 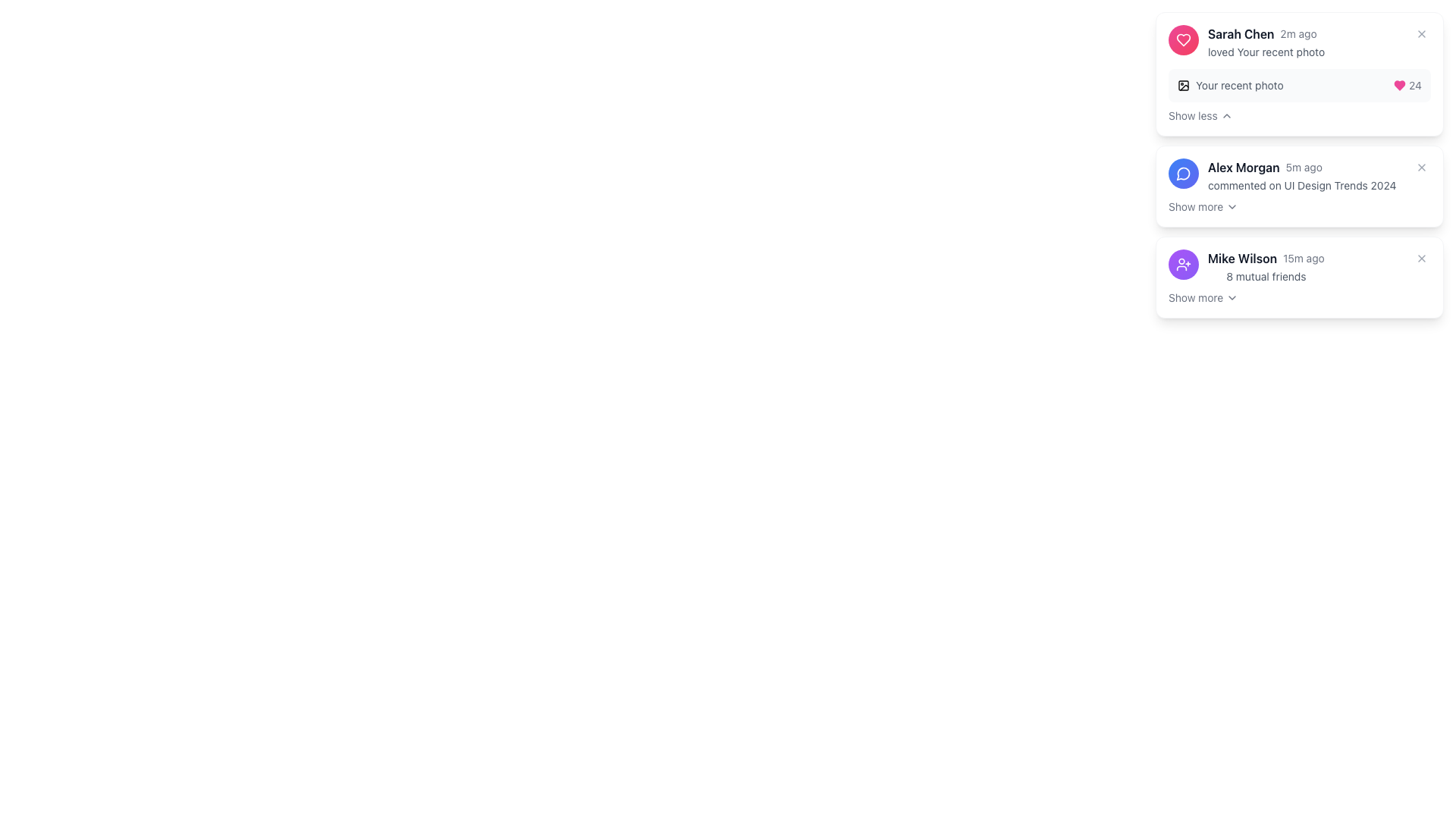 What do you see at coordinates (1421, 34) in the screenshot?
I see `the dismissal button located at the top-right corner of Sarah Chen's activity notification card for contextual understanding` at bounding box center [1421, 34].